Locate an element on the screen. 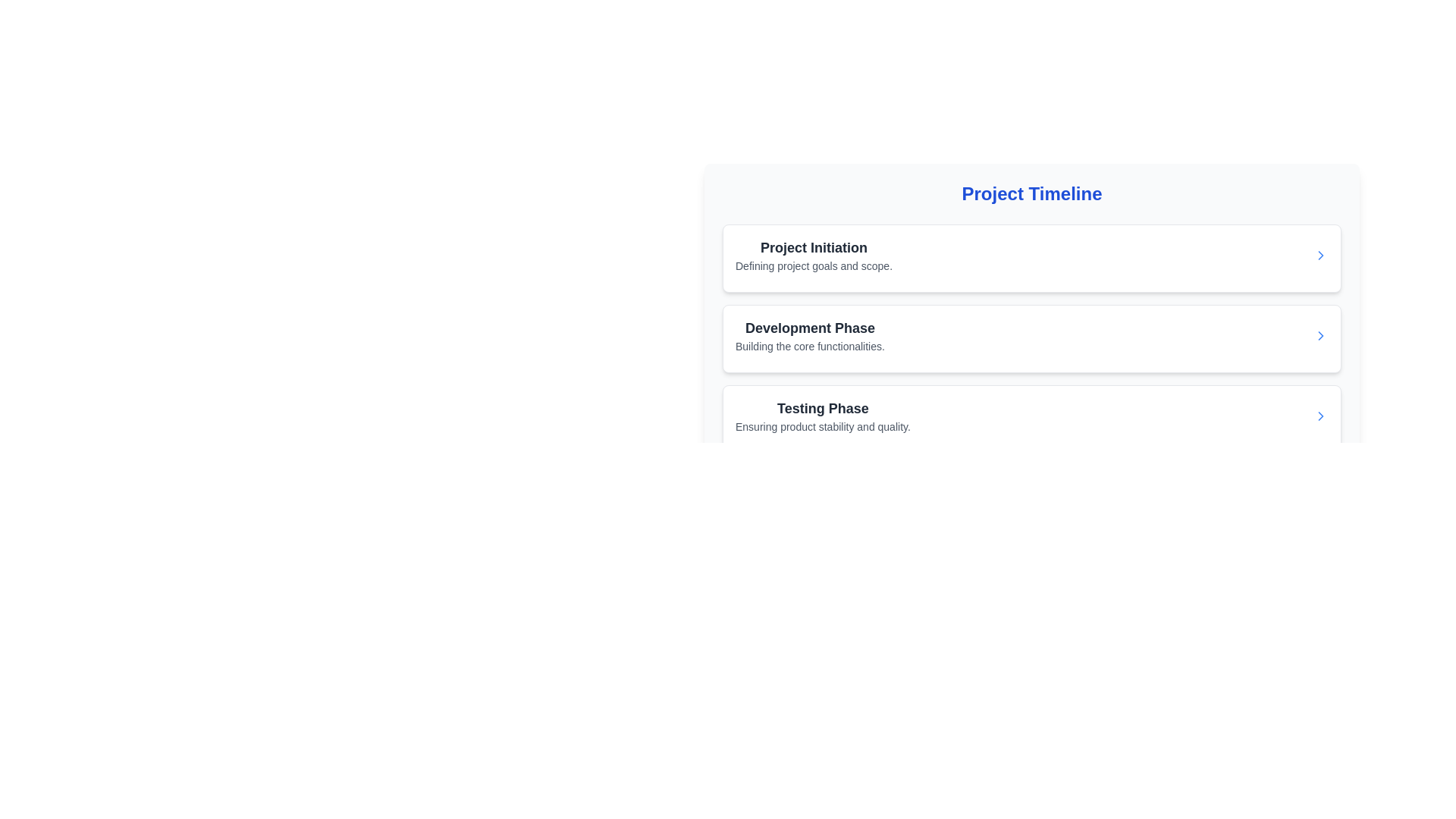 The height and width of the screenshot is (819, 1456). the right-facing arrow icon styled in blue, located at the far right of the 'Testing Phase' section is located at coordinates (1320, 416).